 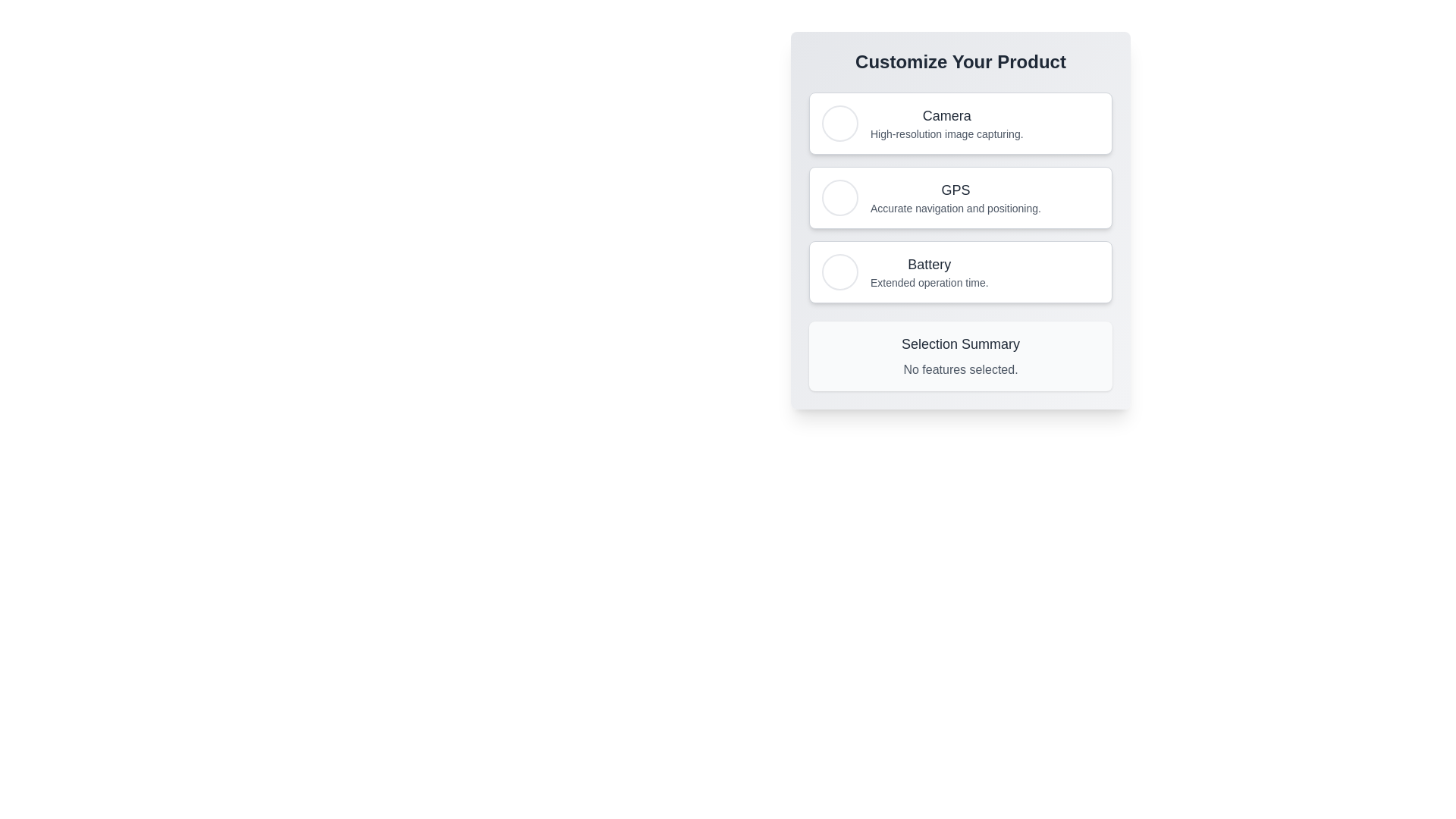 What do you see at coordinates (955, 208) in the screenshot?
I see `the text label providing additional information for the GPS feature, which is located centrally in the card under the 'GPS' heading` at bounding box center [955, 208].